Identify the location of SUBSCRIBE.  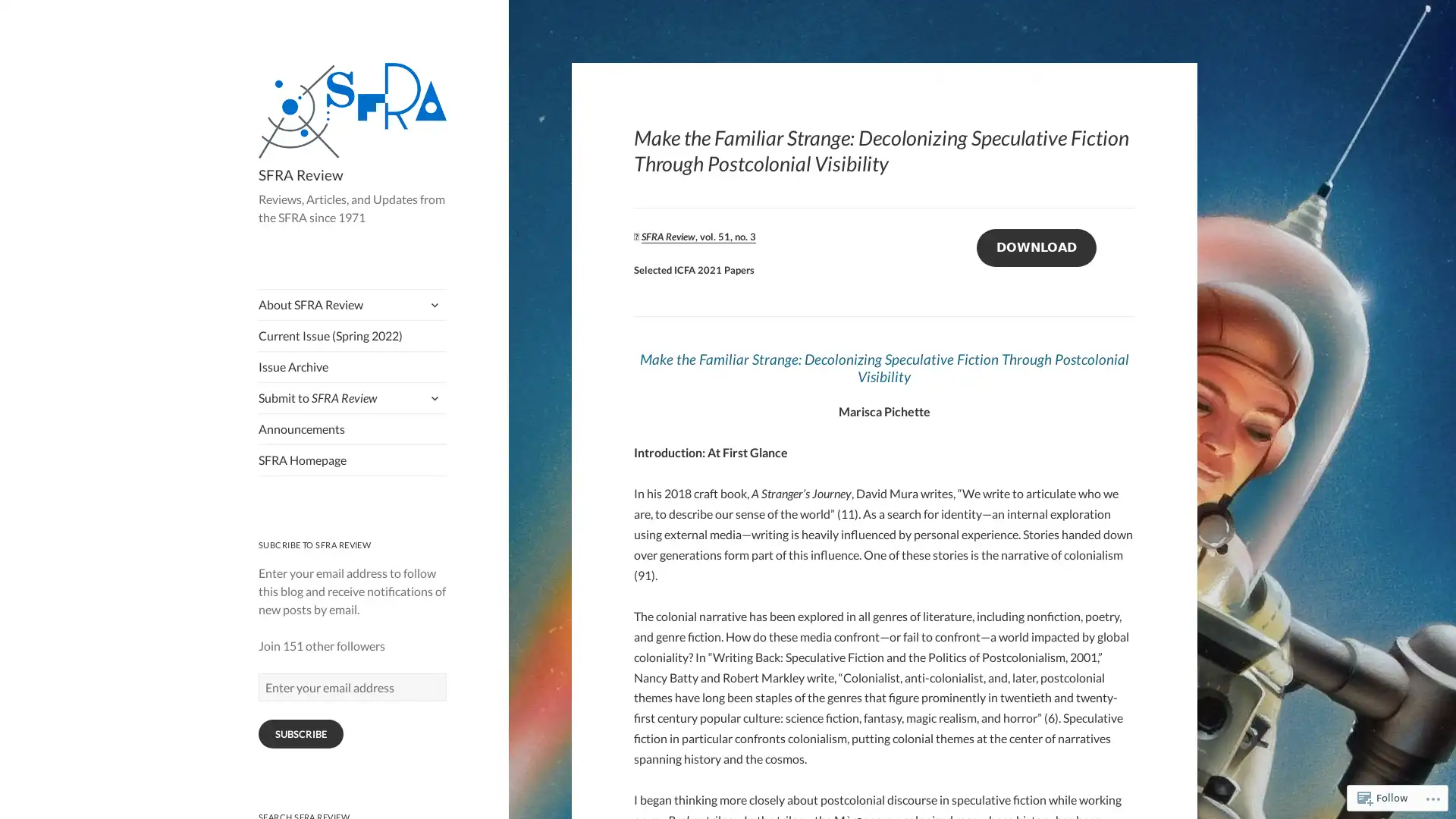
(300, 733).